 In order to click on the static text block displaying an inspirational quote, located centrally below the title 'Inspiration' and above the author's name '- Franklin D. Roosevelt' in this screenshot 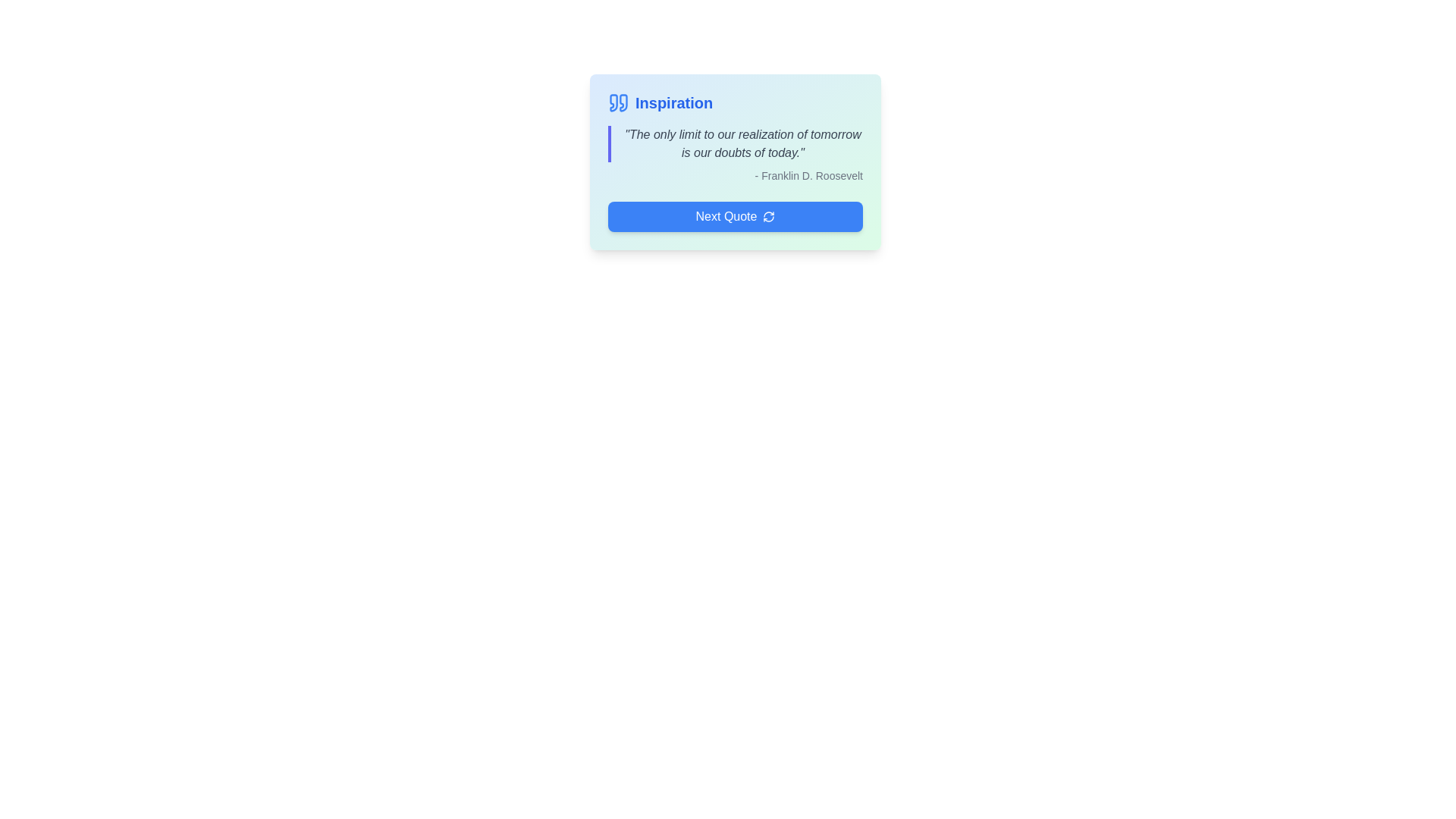, I will do `click(735, 143)`.